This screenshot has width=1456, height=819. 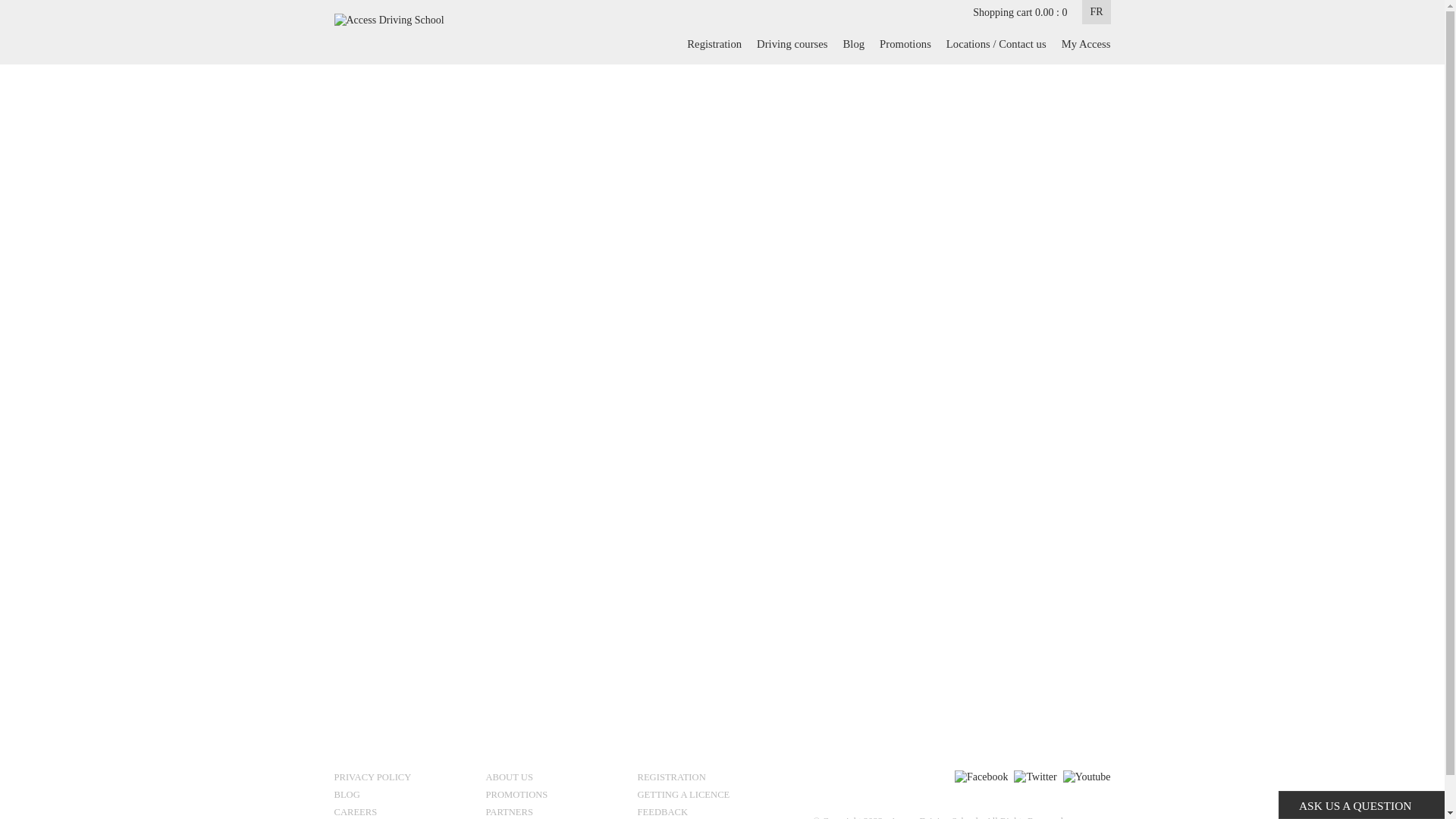 What do you see at coordinates (554, 795) in the screenshot?
I see `'PROMOTIONS'` at bounding box center [554, 795].